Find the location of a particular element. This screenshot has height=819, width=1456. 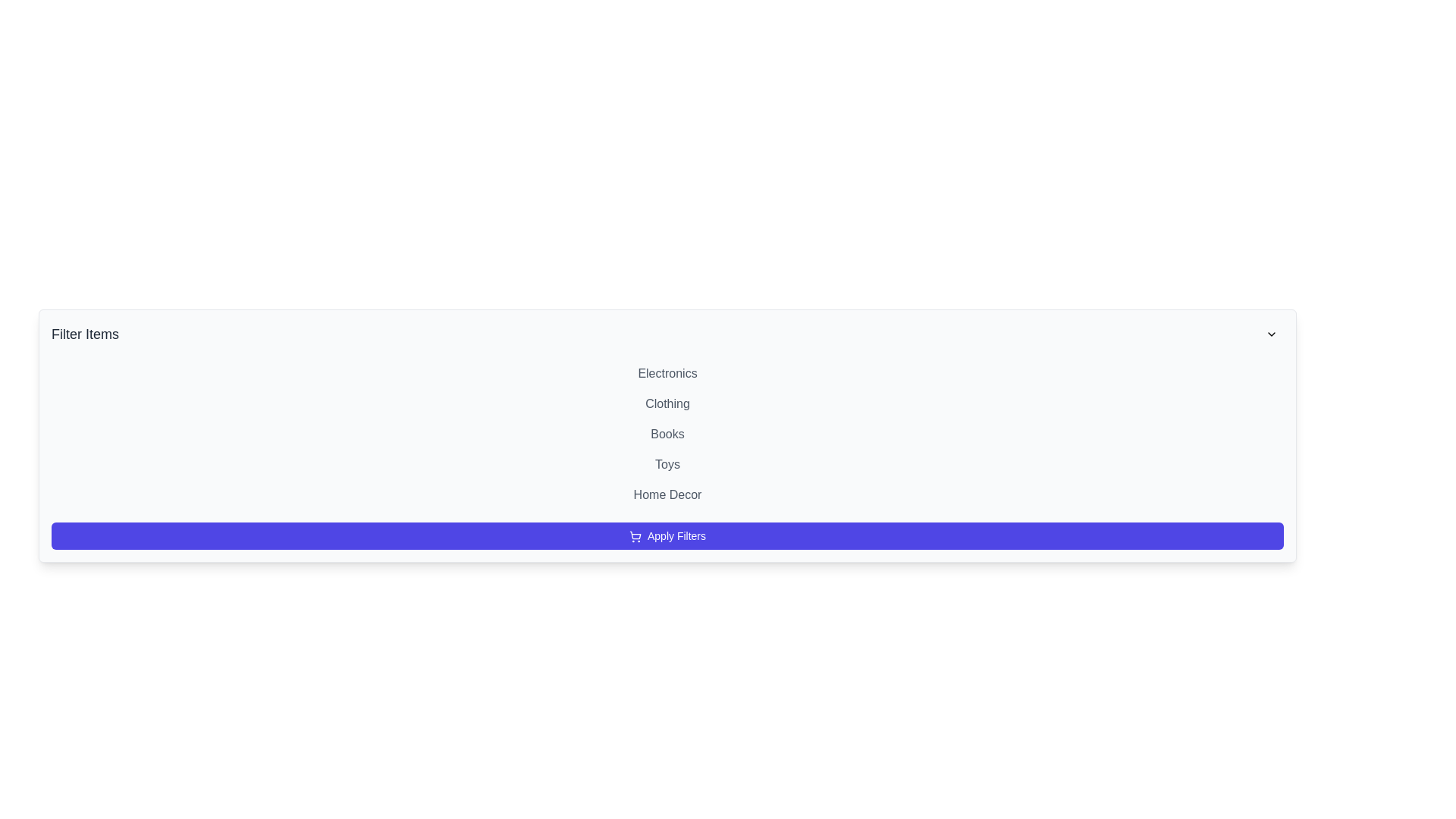

the circular button with a chevron-down icon located to the far right of the 'Filter Items' section to change its background color is located at coordinates (1271, 333).